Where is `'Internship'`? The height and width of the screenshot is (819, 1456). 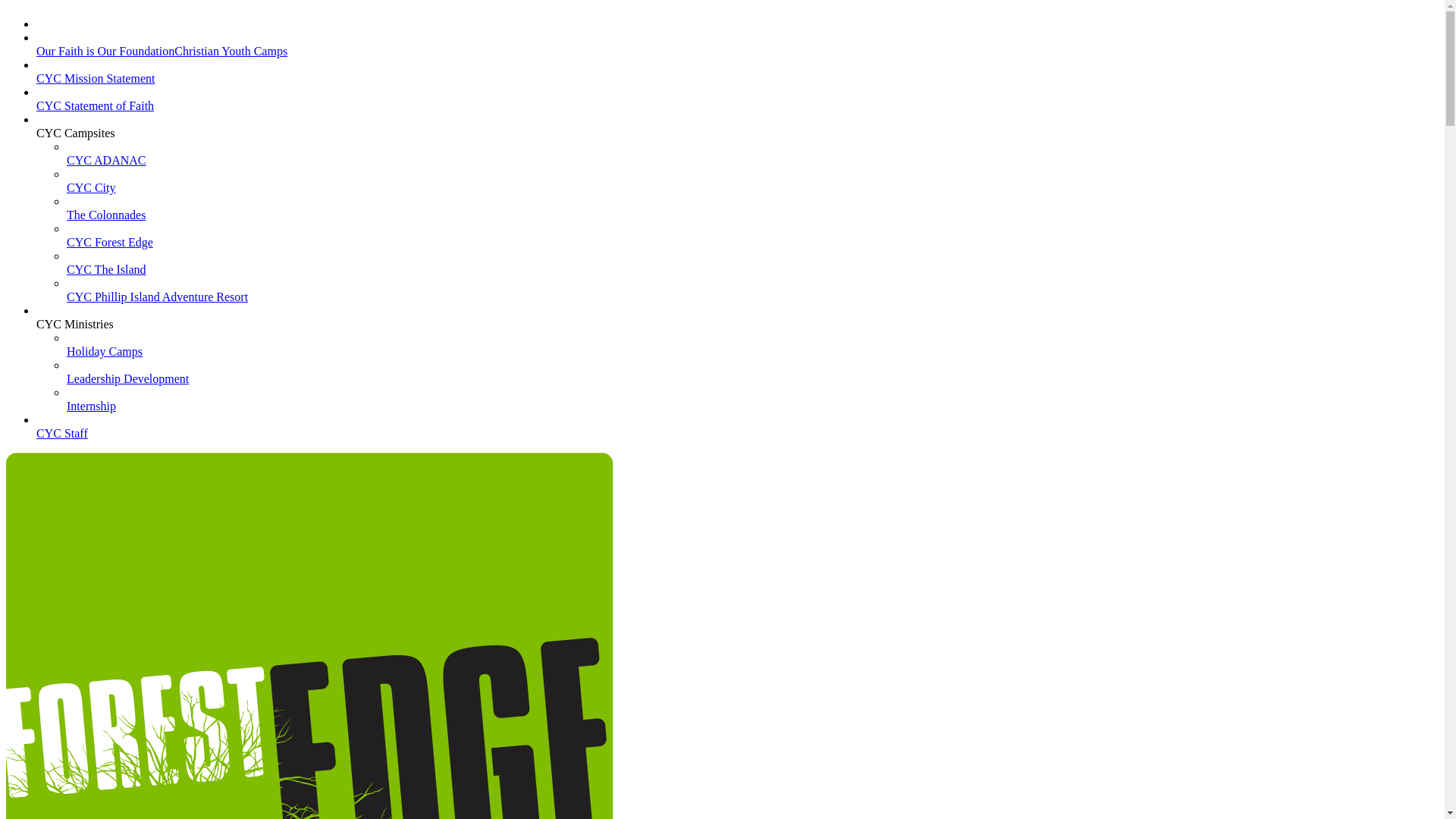
'Internship' is located at coordinates (90, 413).